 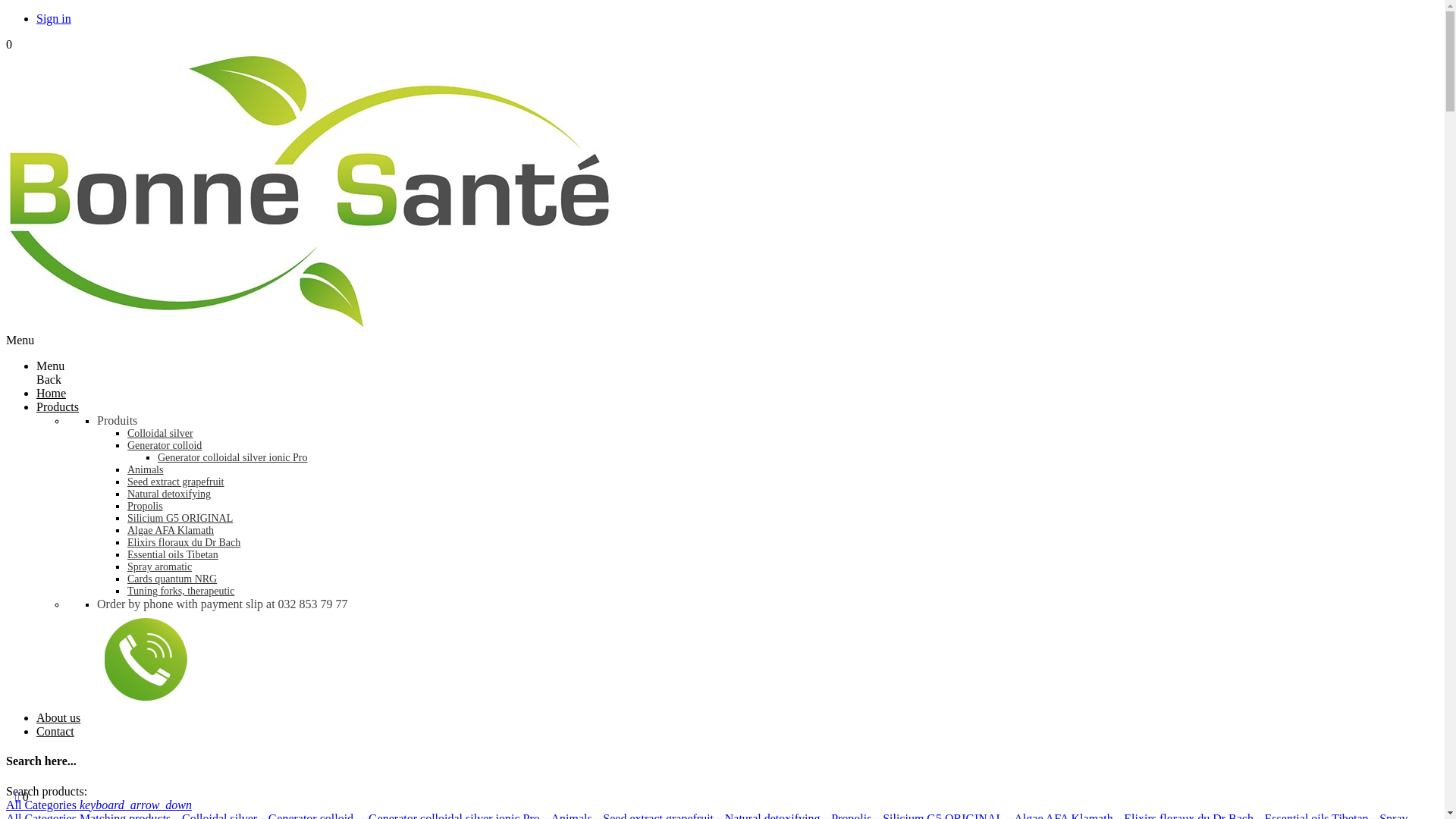 What do you see at coordinates (54, 18) in the screenshot?
I see `'Sign in'` at bounding box center [54, 18].